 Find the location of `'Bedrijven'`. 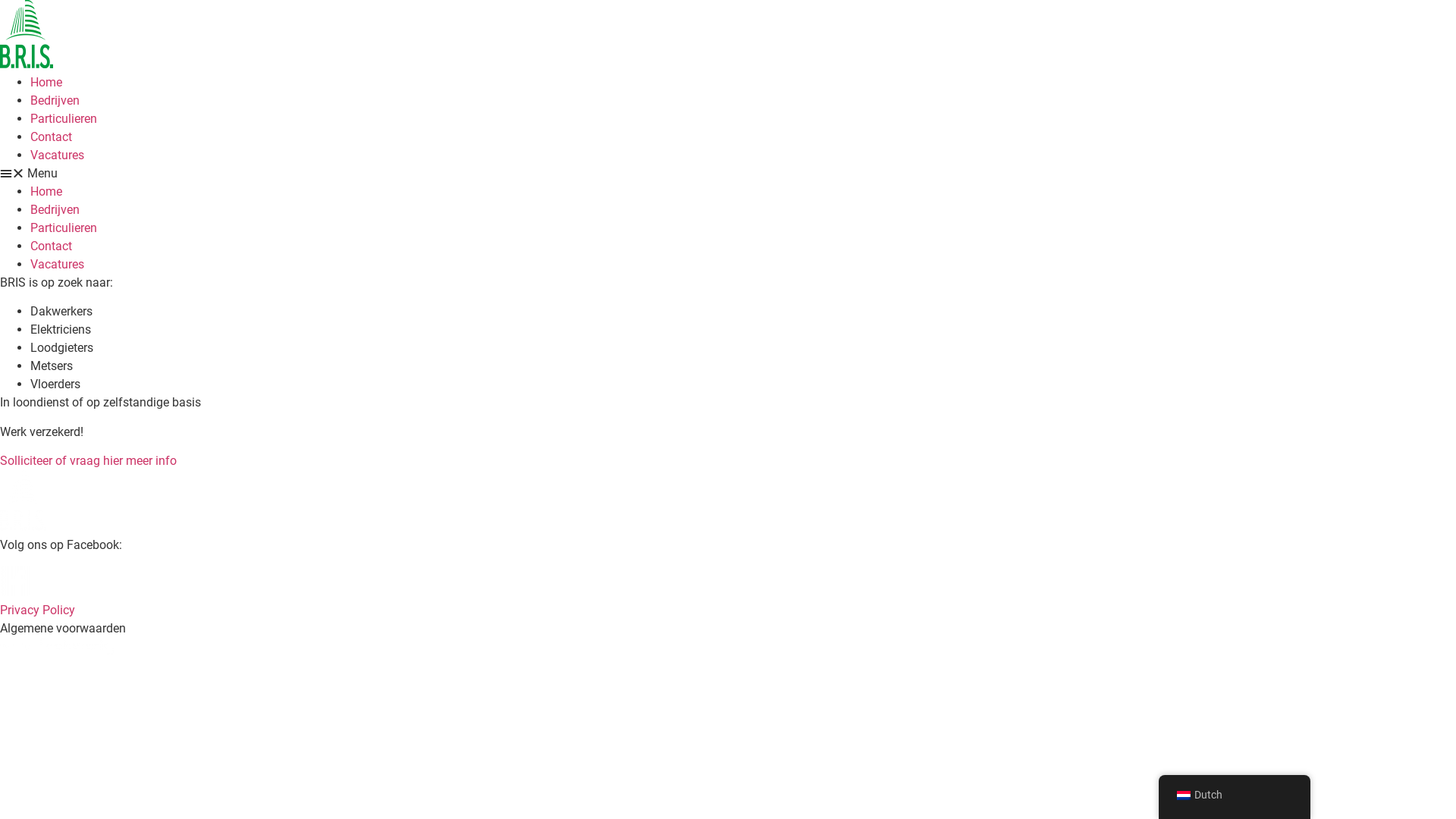

'Bedrijven' is located at coordinates (55, 100).